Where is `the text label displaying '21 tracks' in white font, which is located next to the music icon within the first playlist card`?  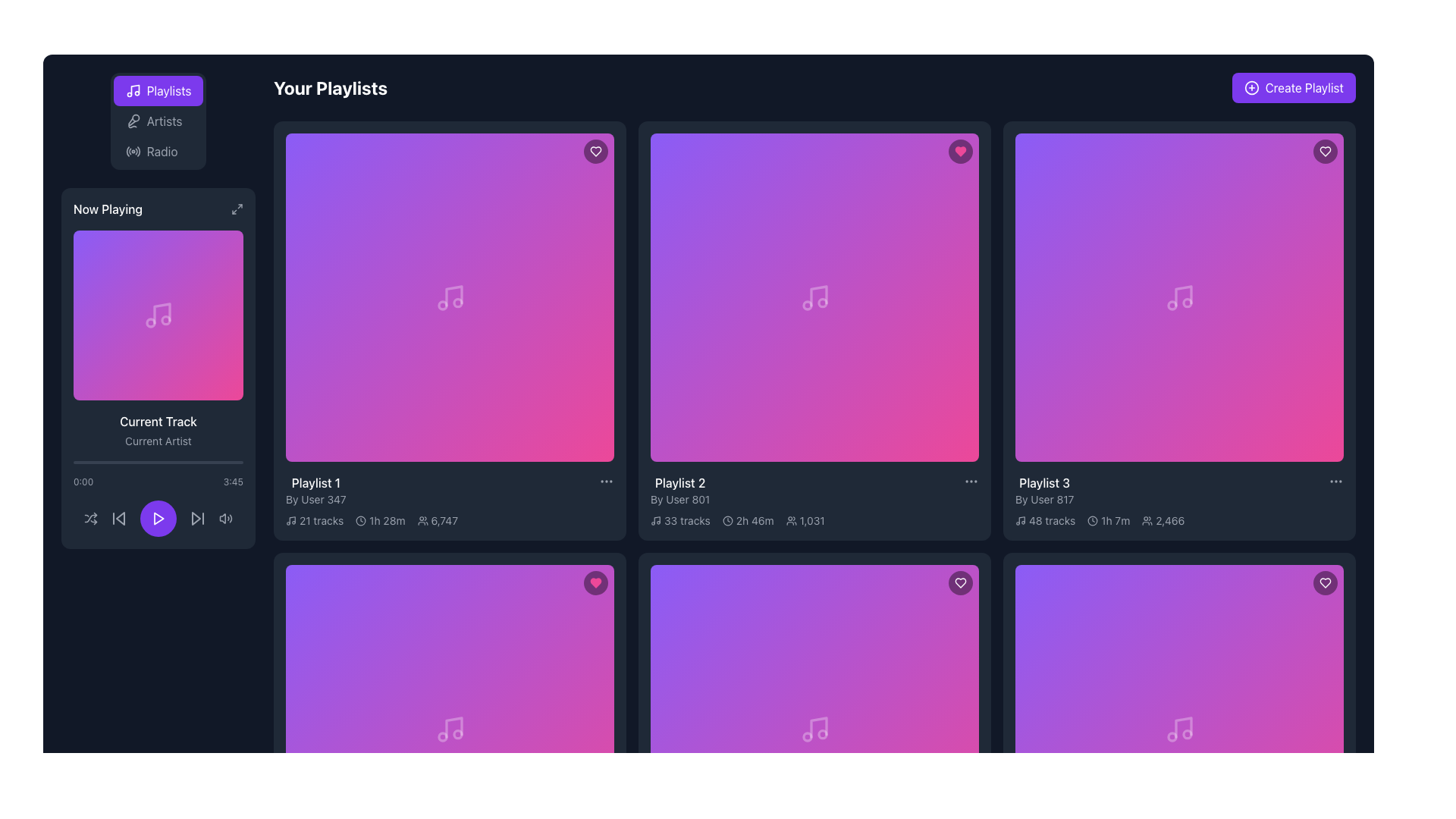 the text label displaying '21 tracks' in white font, which is located next to the music icon within the first playlist card is located at coordinates (321, 519).